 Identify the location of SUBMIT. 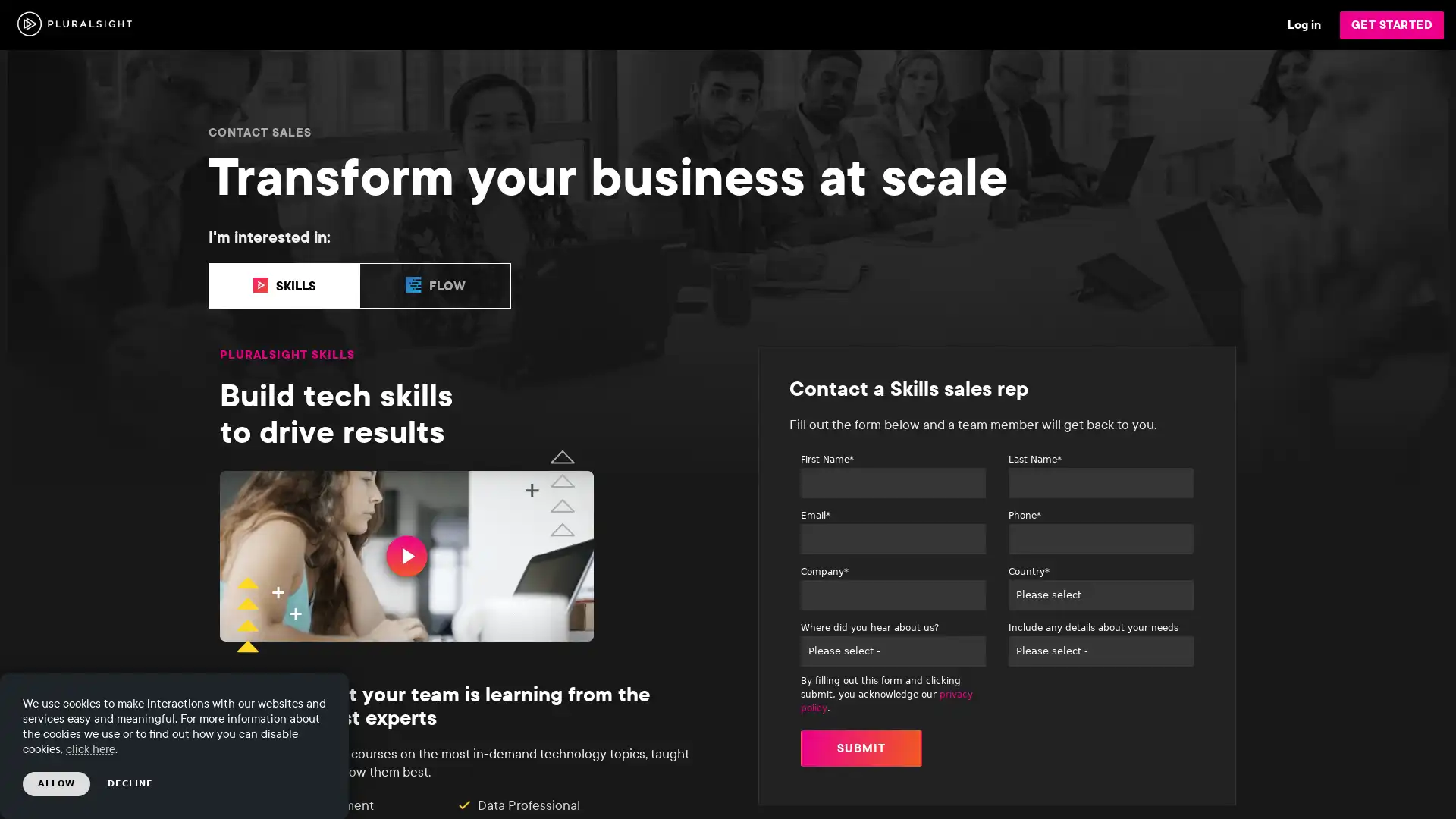
(861, 747).